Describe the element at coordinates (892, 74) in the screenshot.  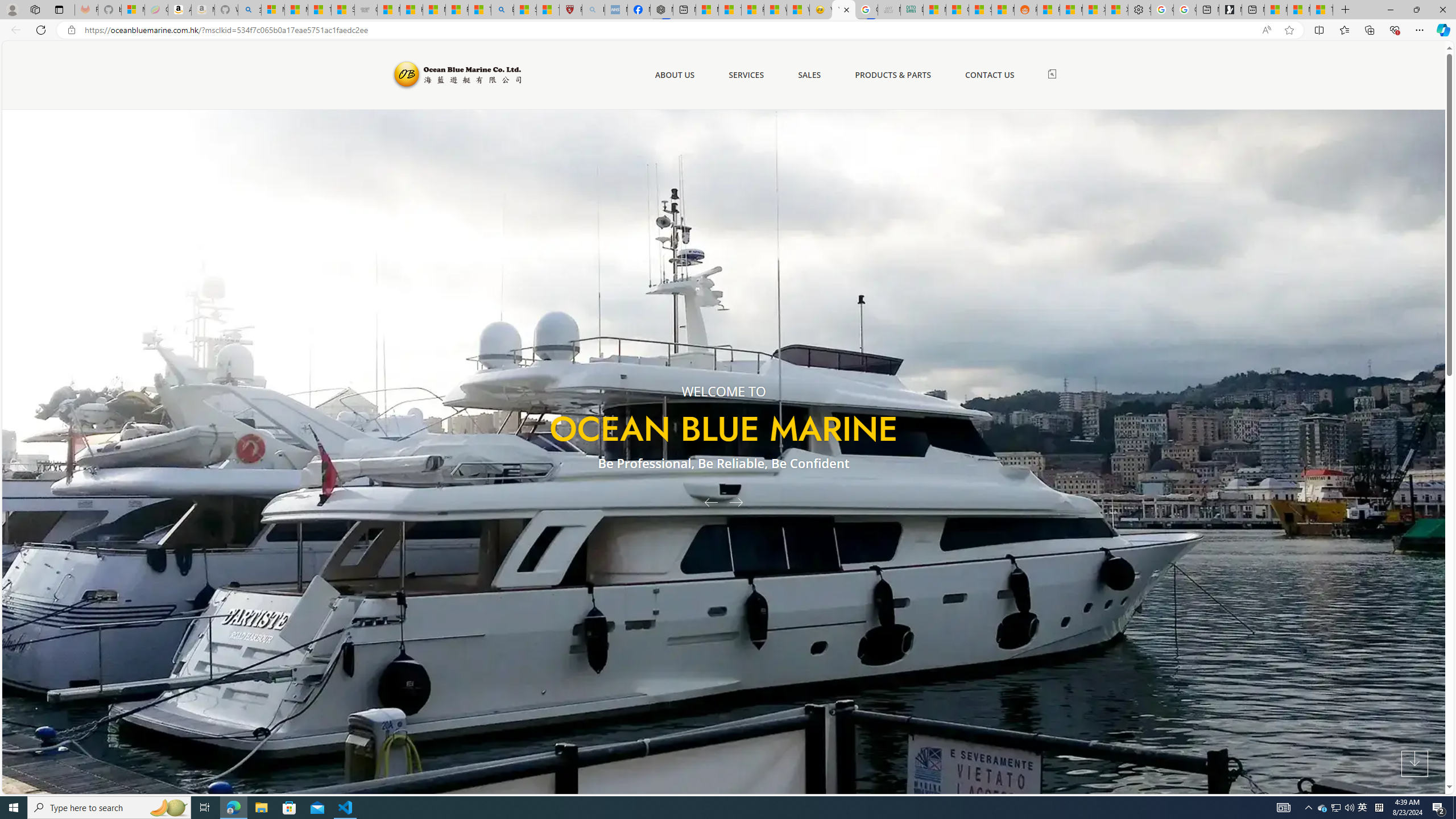
I see `'PRODUCTS & PARTS'` at that location.